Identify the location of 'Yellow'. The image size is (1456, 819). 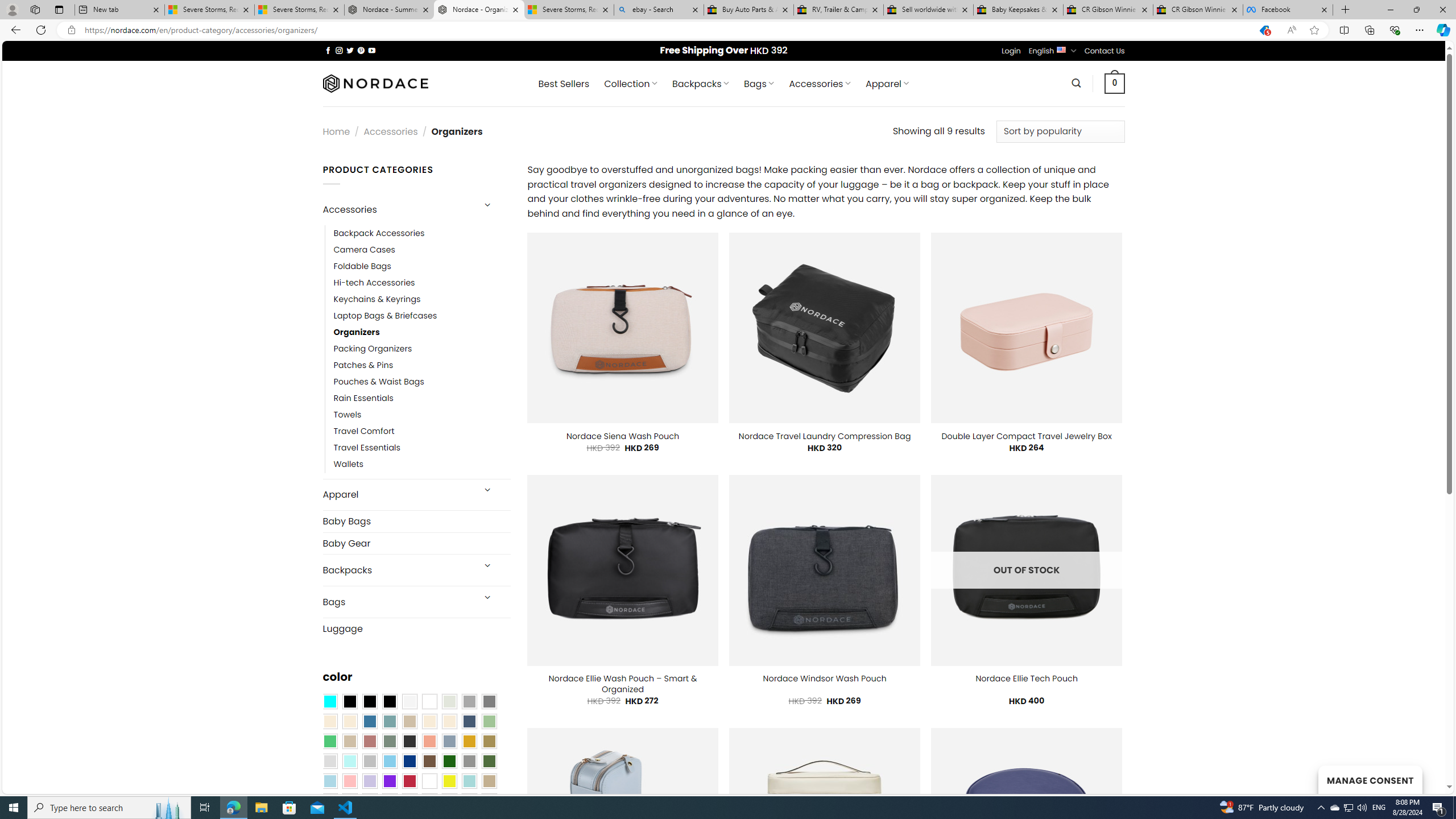
(449, 780).